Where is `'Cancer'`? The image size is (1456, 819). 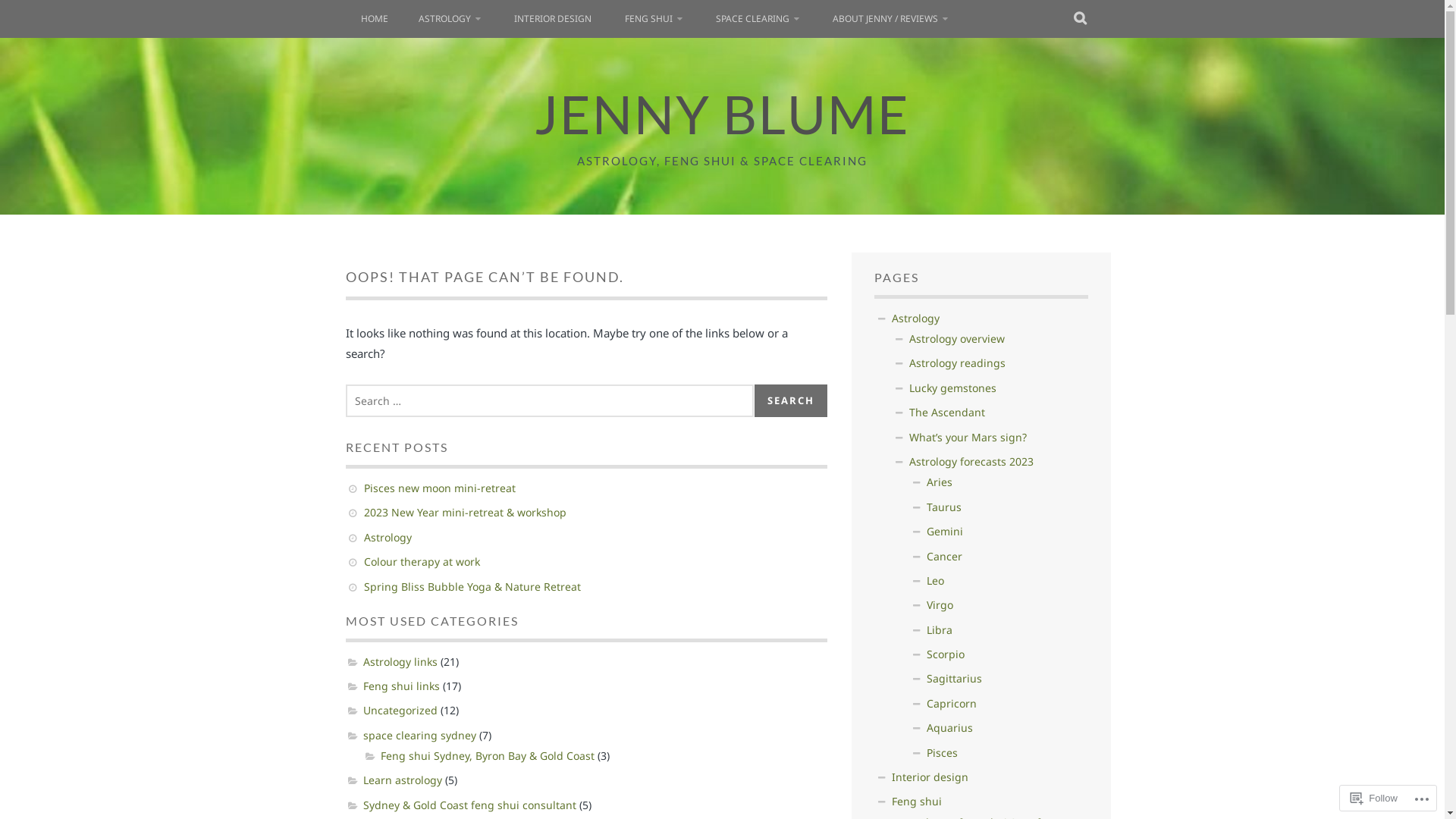 'Cancer' is located at coordinates (943, 556).